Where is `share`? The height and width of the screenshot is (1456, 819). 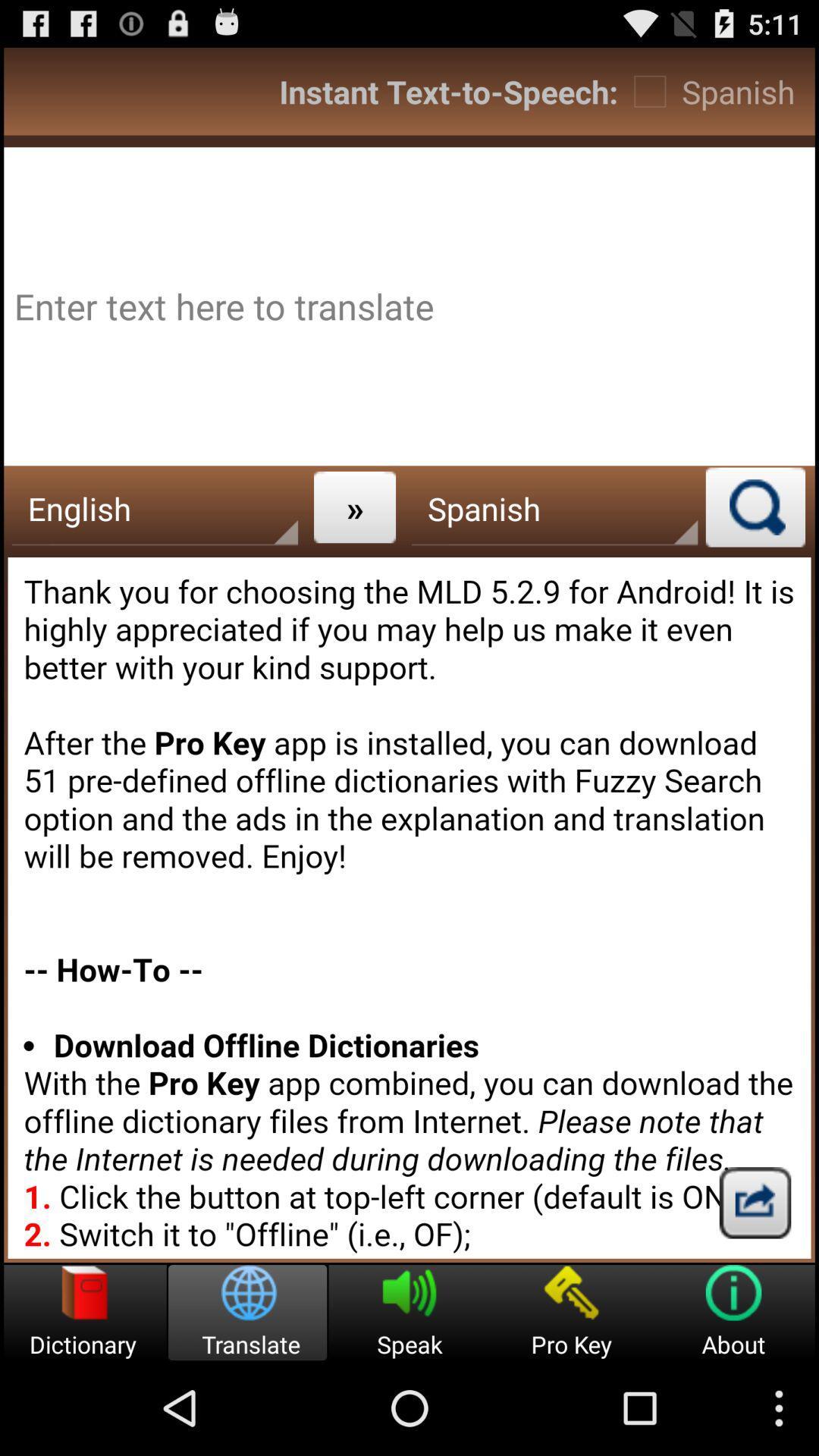 share is located at coordinates (755, 1202).